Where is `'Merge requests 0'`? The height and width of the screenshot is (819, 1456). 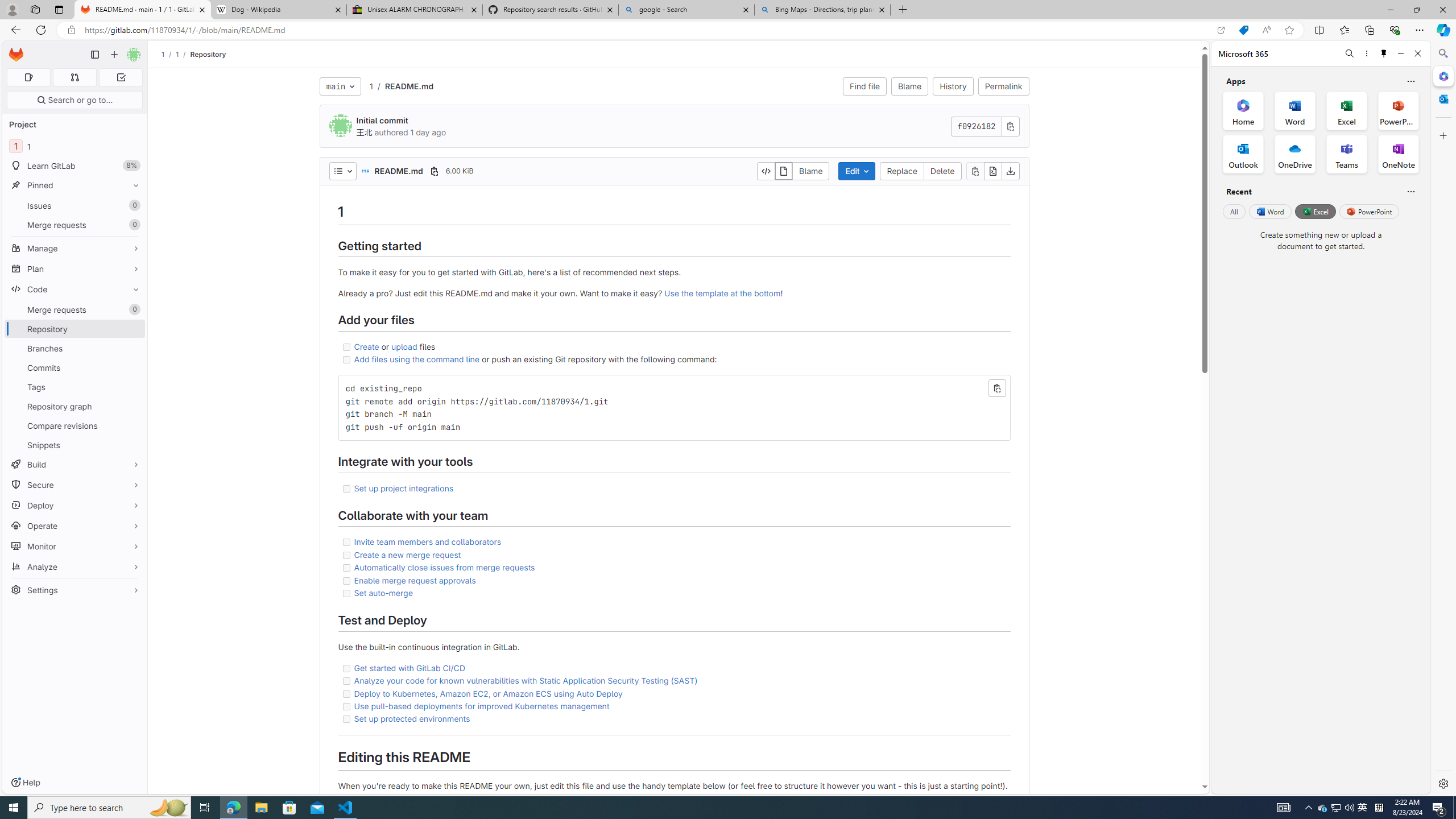
'Merge requests 0' is located at coordinates (74, 309).